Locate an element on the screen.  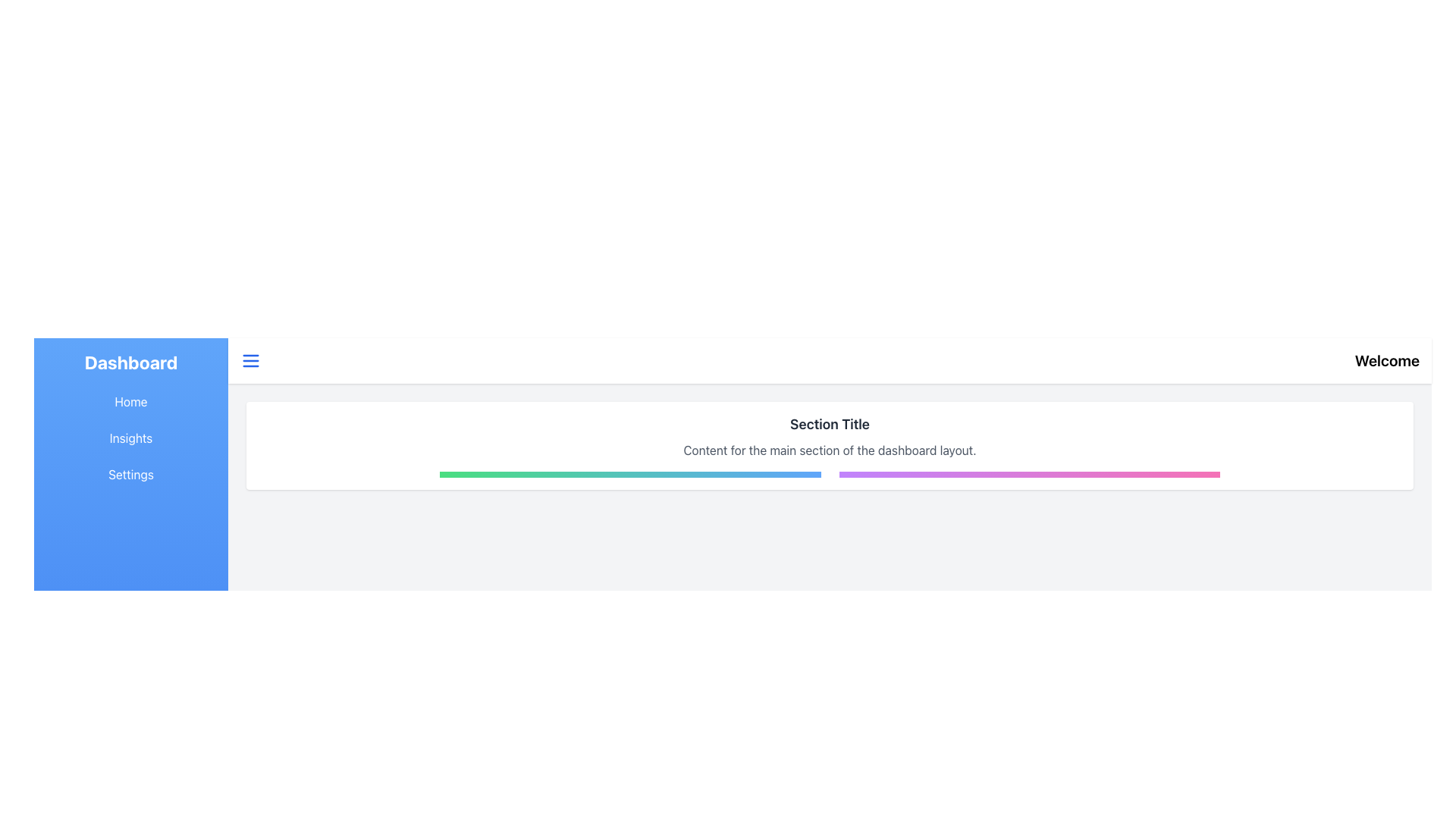
title of the text label that says 'Section Title', which is a bold, large font in dark gray, positioned at the top of a card-like section is located at coordinates (829, 424).